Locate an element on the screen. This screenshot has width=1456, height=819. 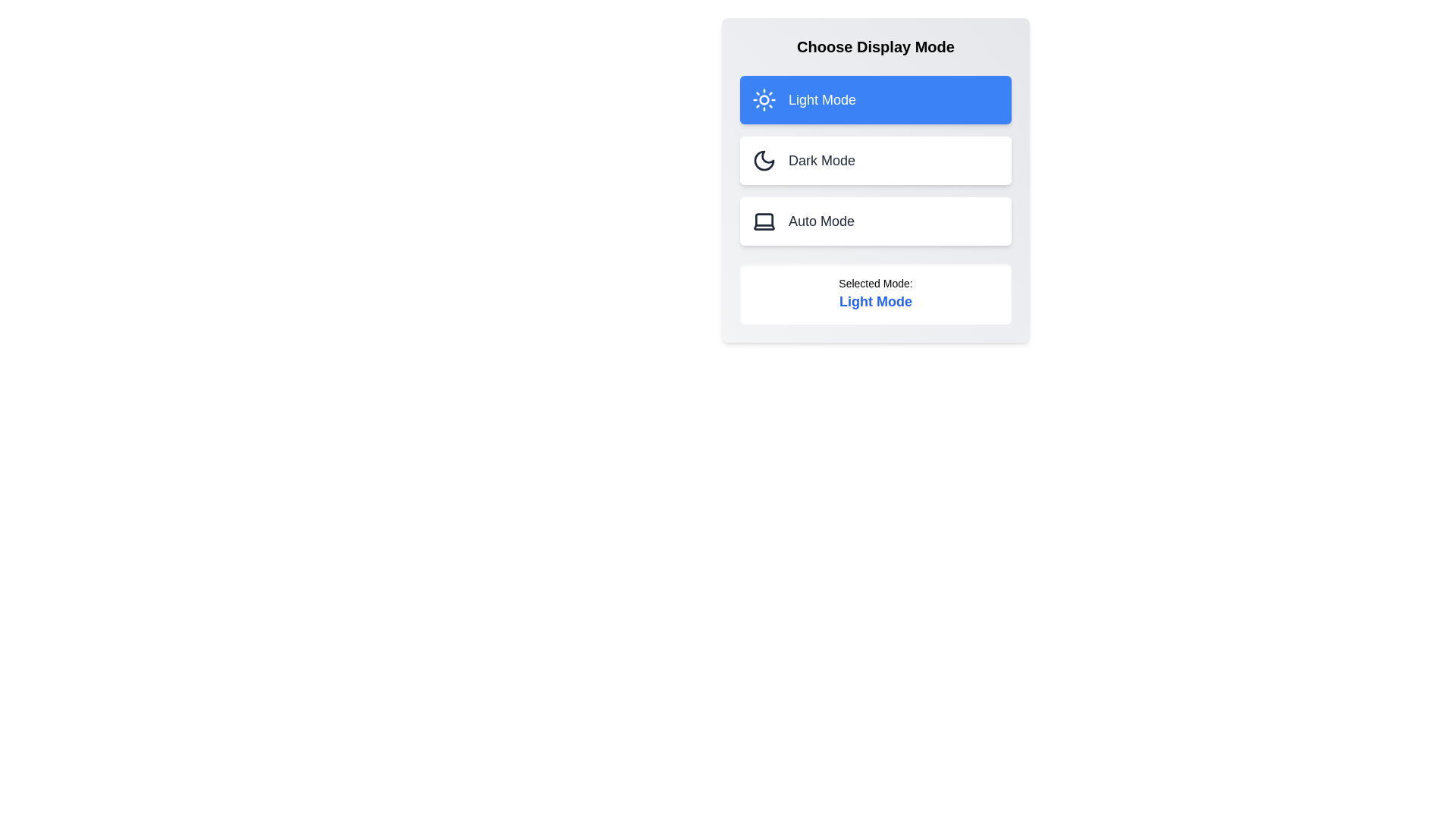
the button corresponding to Dark Mode is located at coordinates (876, 161).